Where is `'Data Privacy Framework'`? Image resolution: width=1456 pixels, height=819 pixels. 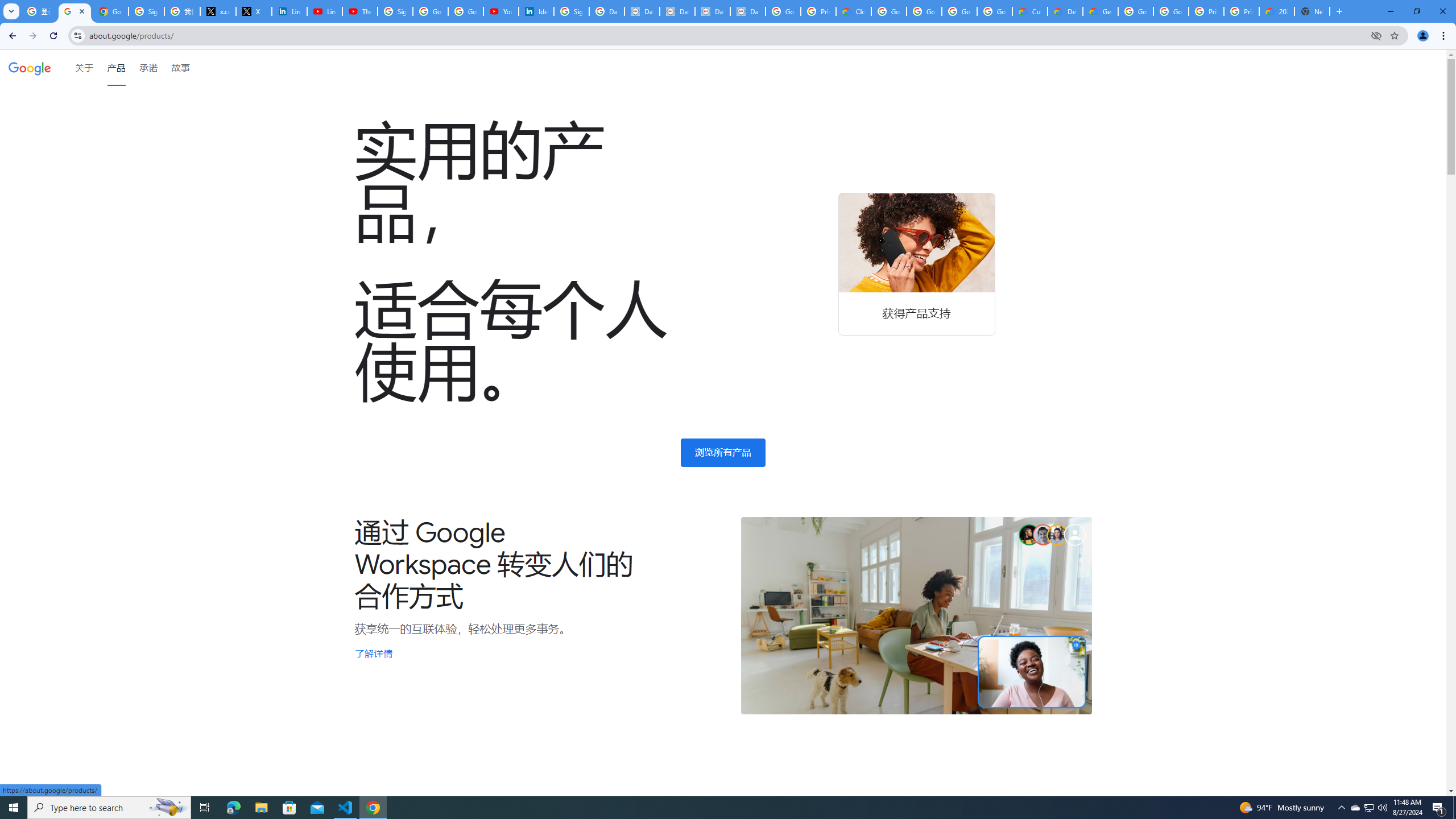
'Data Privacy Framework' is located at coordinates (712, 11).